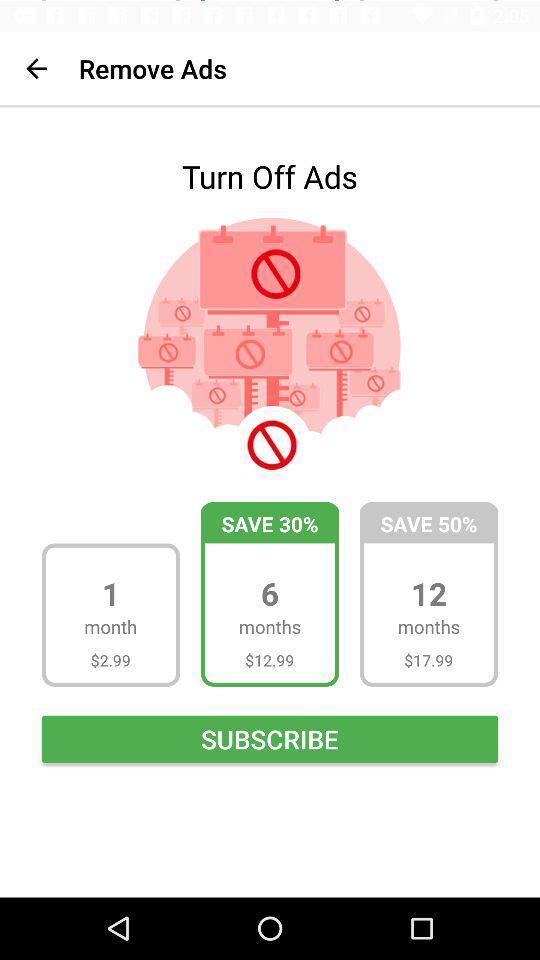 This screenshot has height=960, width=540. What do you see at coordinates (270, 737) in the screenshot?
I see `subscribe icon` at bounding box center [270, 737].